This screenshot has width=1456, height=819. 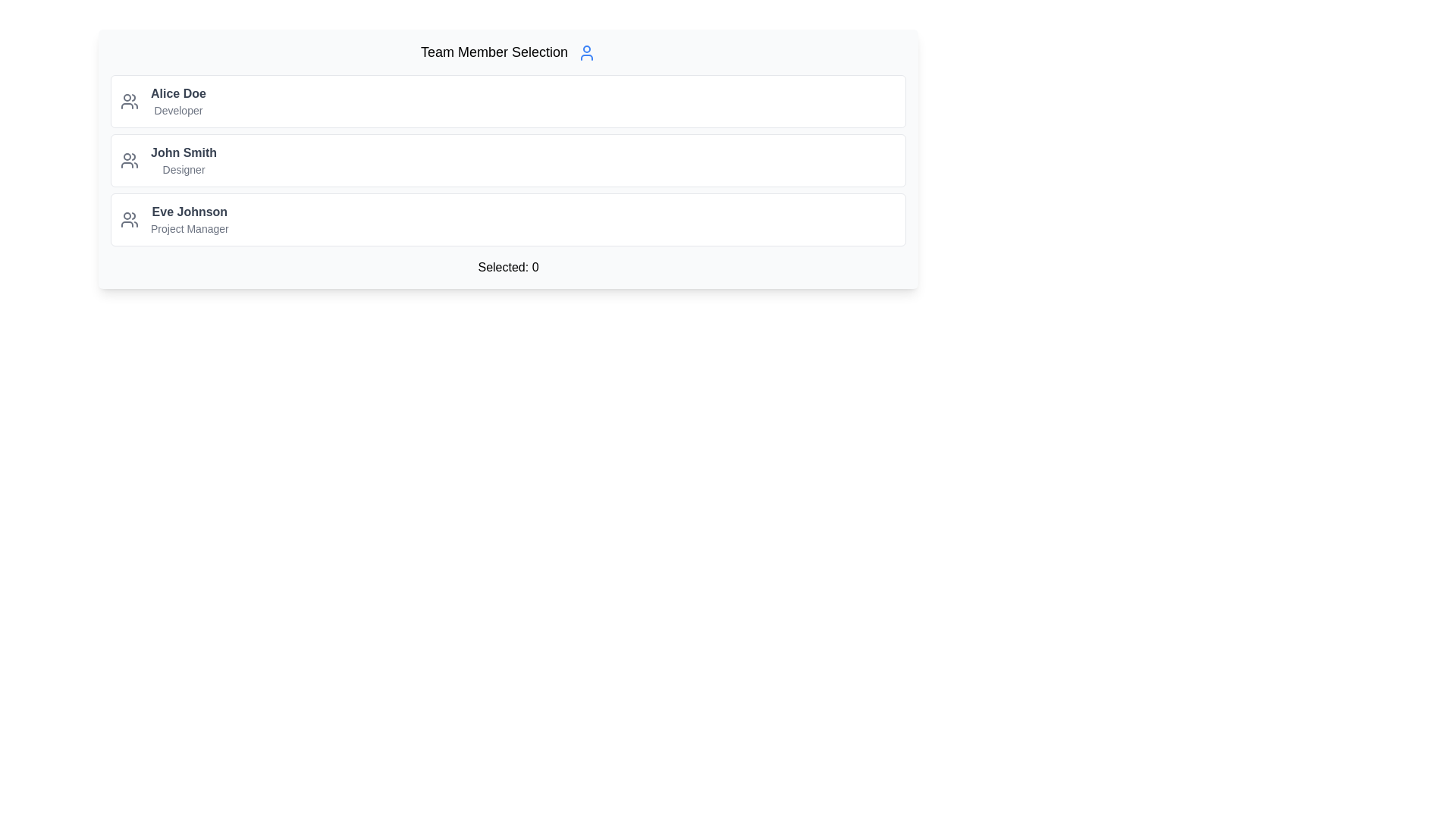 What do you see at coordinates (178, 110) in the screenshot?
I see `the text label displaying 'Developer', which is positioned directly beneath 'Alice Doe' in a vertical list of team members` at bounding box center [178, 110].